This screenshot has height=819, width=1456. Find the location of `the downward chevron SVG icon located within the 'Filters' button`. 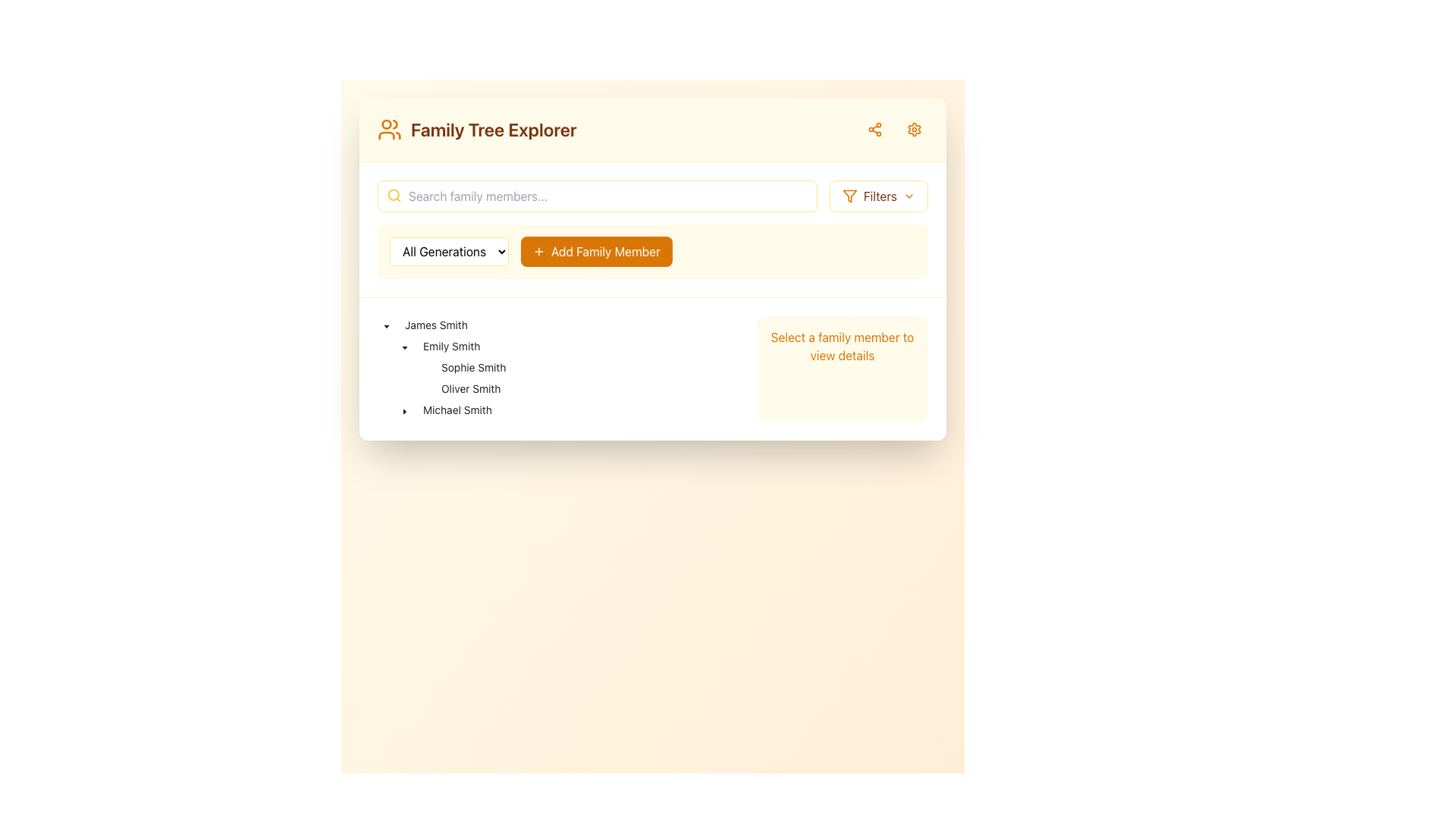

the downward chevron SVG icon located within the 'Filters' button is located at coordinates (909, 195).